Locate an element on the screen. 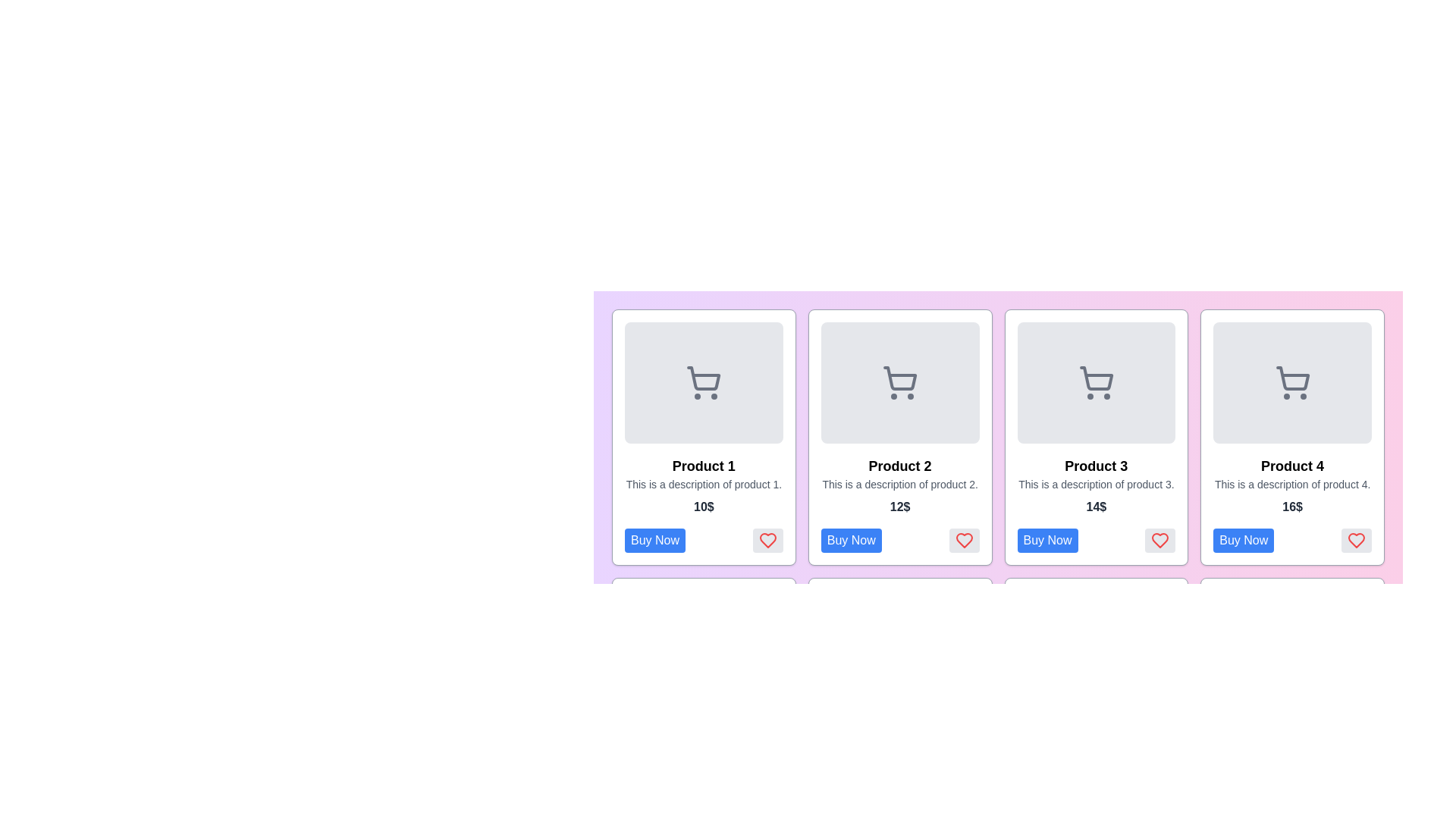 Image resolution: width=1456 pixels, height=819 pixels. the second text label in the card for 'Product 1', which provides a description of the product is located at coordinates (703, 485).